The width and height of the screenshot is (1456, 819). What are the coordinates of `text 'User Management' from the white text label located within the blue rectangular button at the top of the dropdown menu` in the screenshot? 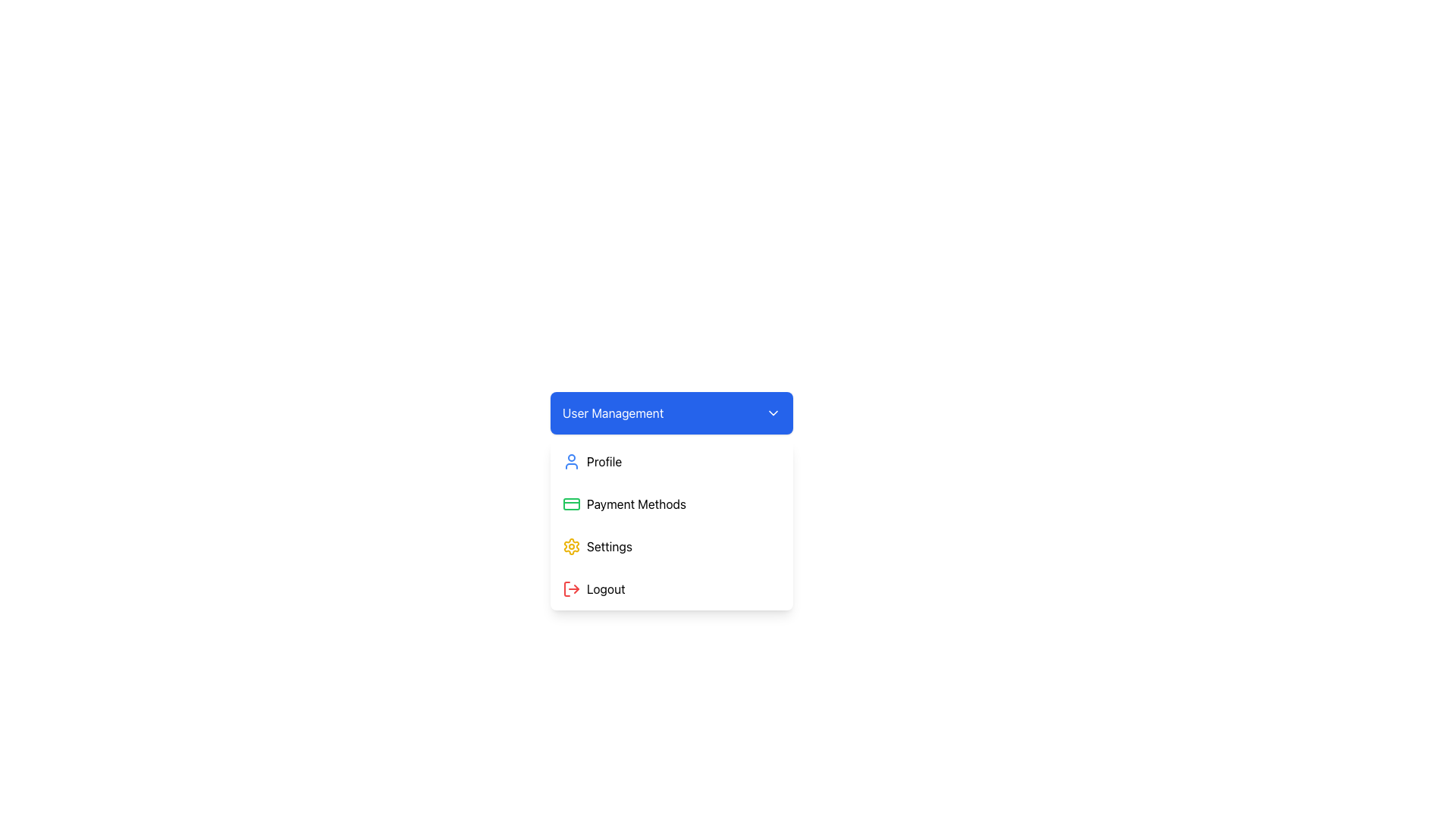 It's located at (613, 413).